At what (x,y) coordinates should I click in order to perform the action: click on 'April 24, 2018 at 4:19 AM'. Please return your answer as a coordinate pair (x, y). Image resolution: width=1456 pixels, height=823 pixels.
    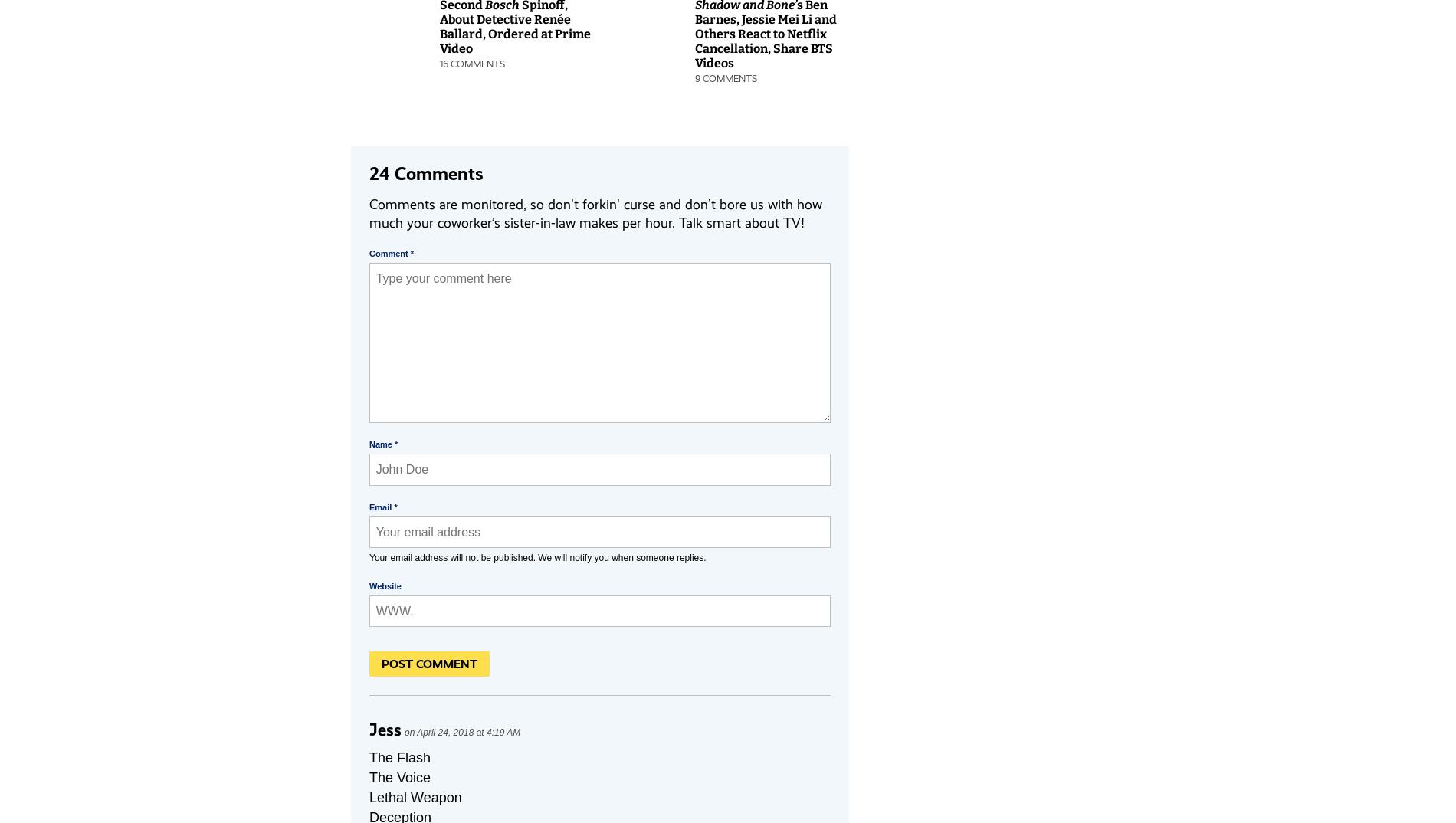
    Looking at the image, I should click on (468, 732).